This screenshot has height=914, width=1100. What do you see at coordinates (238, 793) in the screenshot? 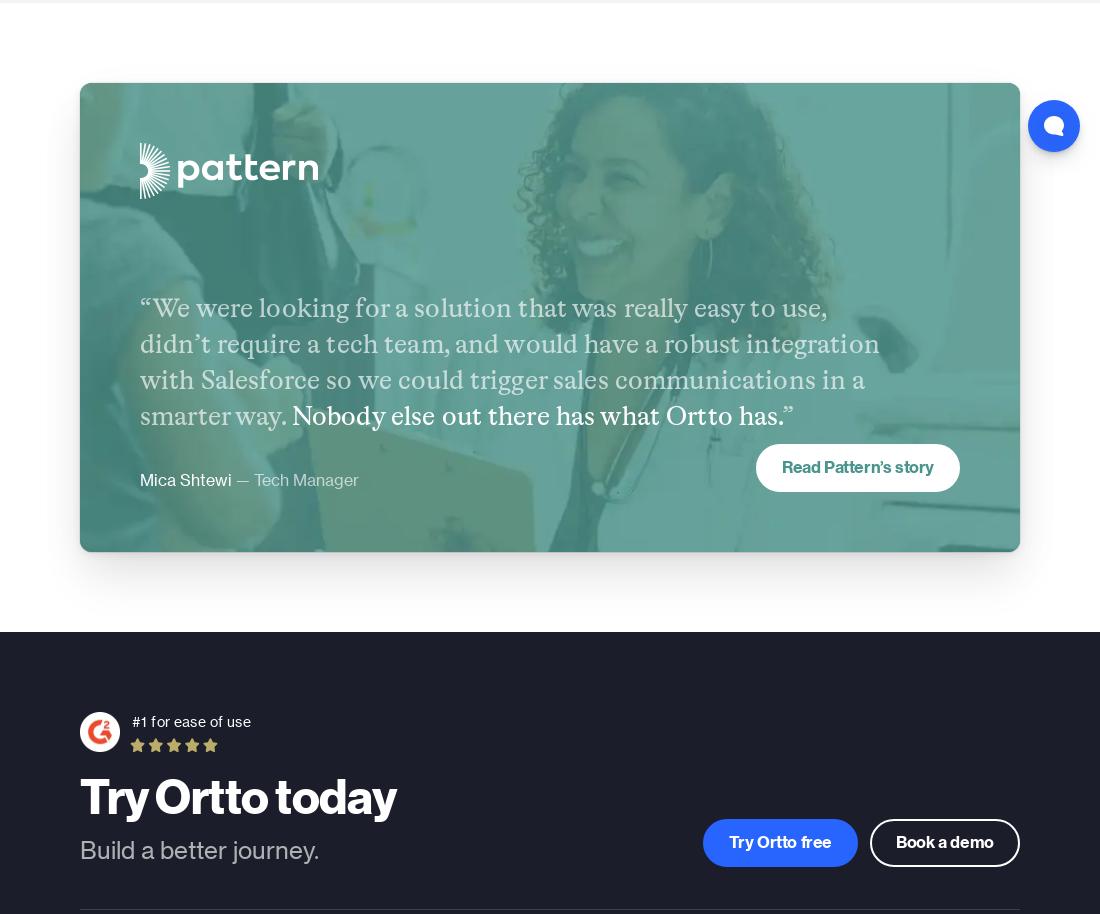
I see `'Try Ortto today'` at bounding box center [238, 793].